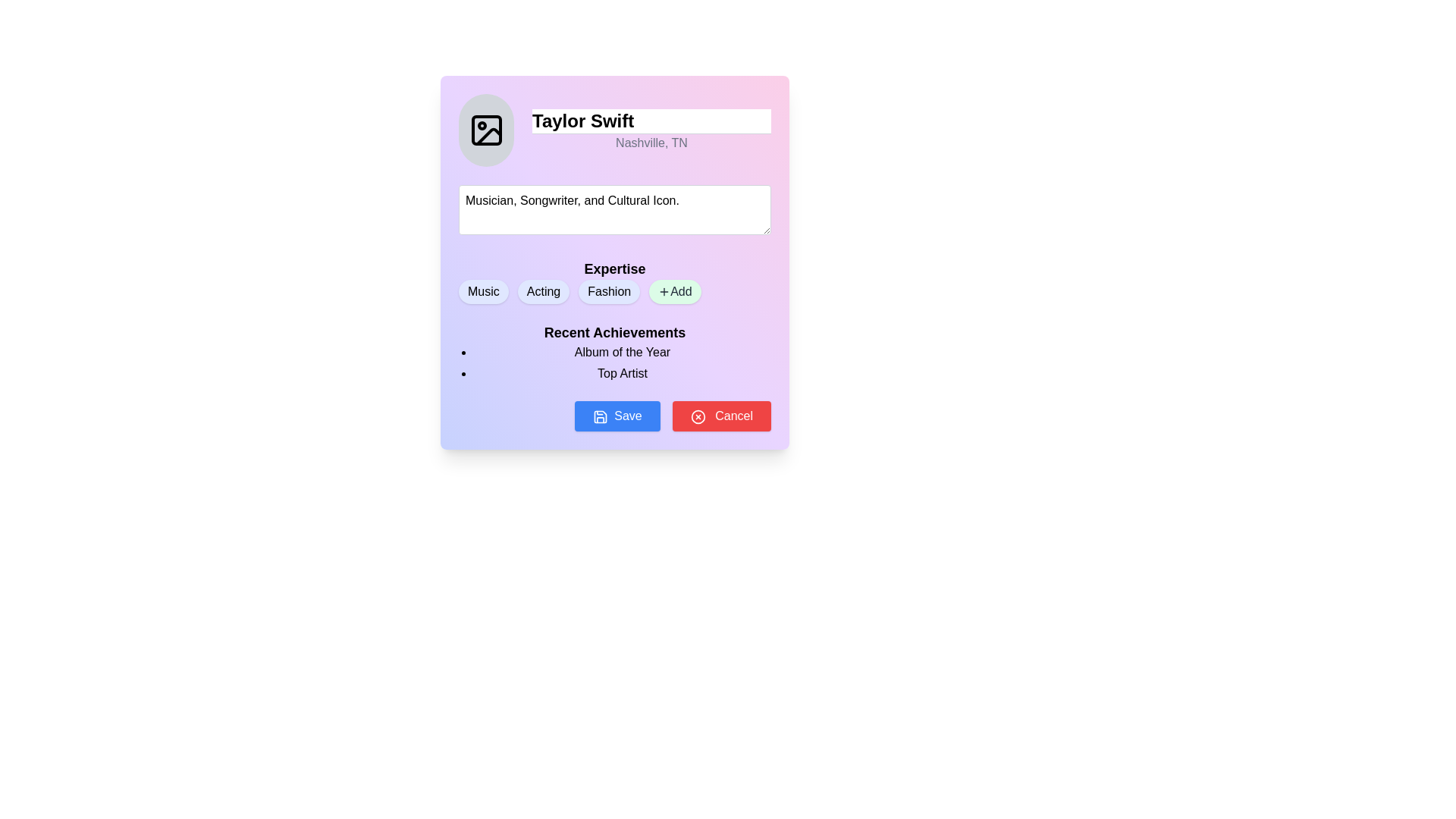  I want to click on the 'Music' category label button, which is a pill-shaped button with bold, black text on a soft indigo background, located under the 'Expertise' text, so click(482, 292).